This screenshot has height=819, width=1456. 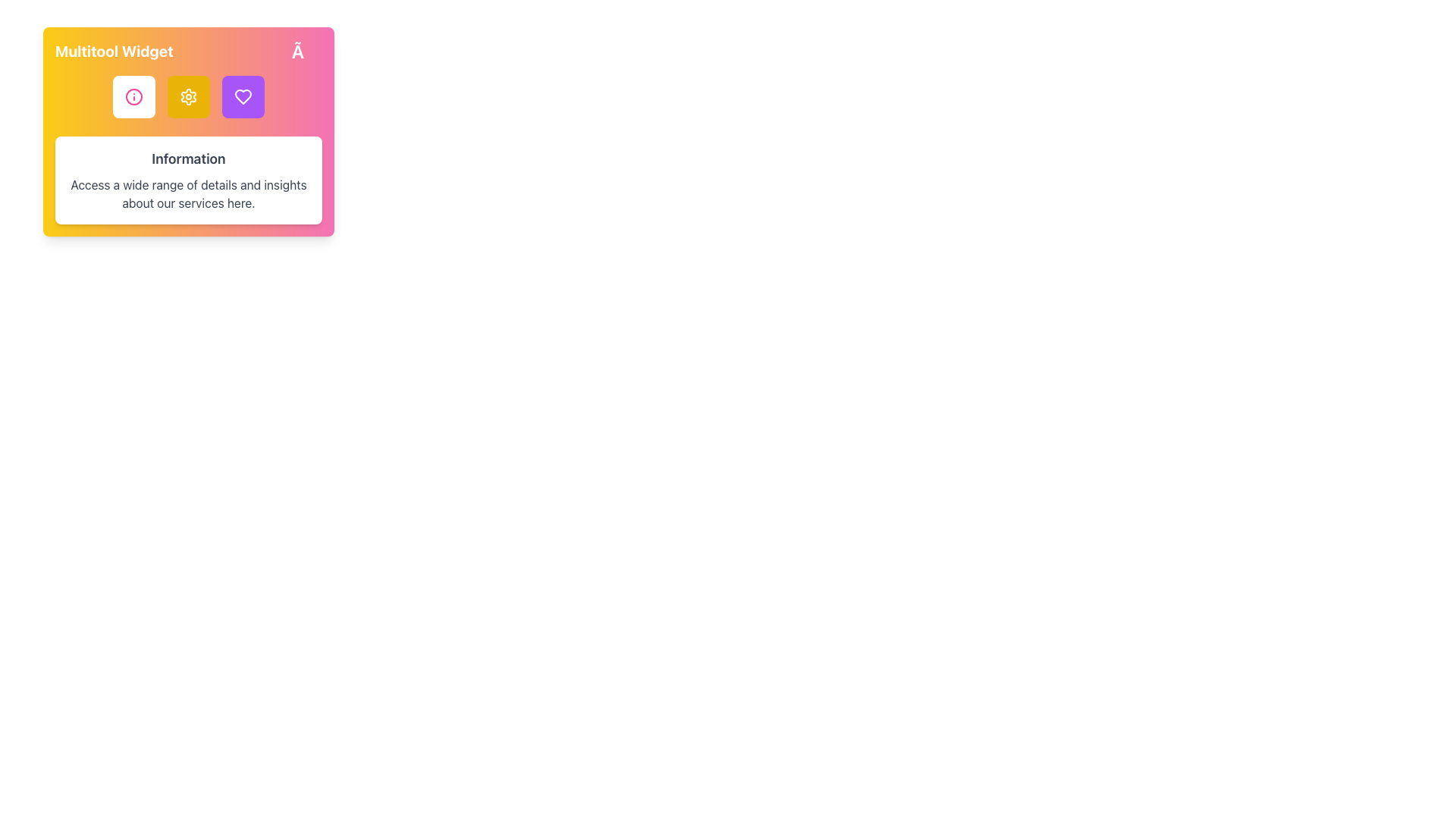 What do you see at coordinates (188, 180) in the screenshot?
I see `information displayed in the text block that contains a heading and a paragraph, located in the center of a white rectangular box below the 'Multitool Widget' title` at bounding box center [188, 180].